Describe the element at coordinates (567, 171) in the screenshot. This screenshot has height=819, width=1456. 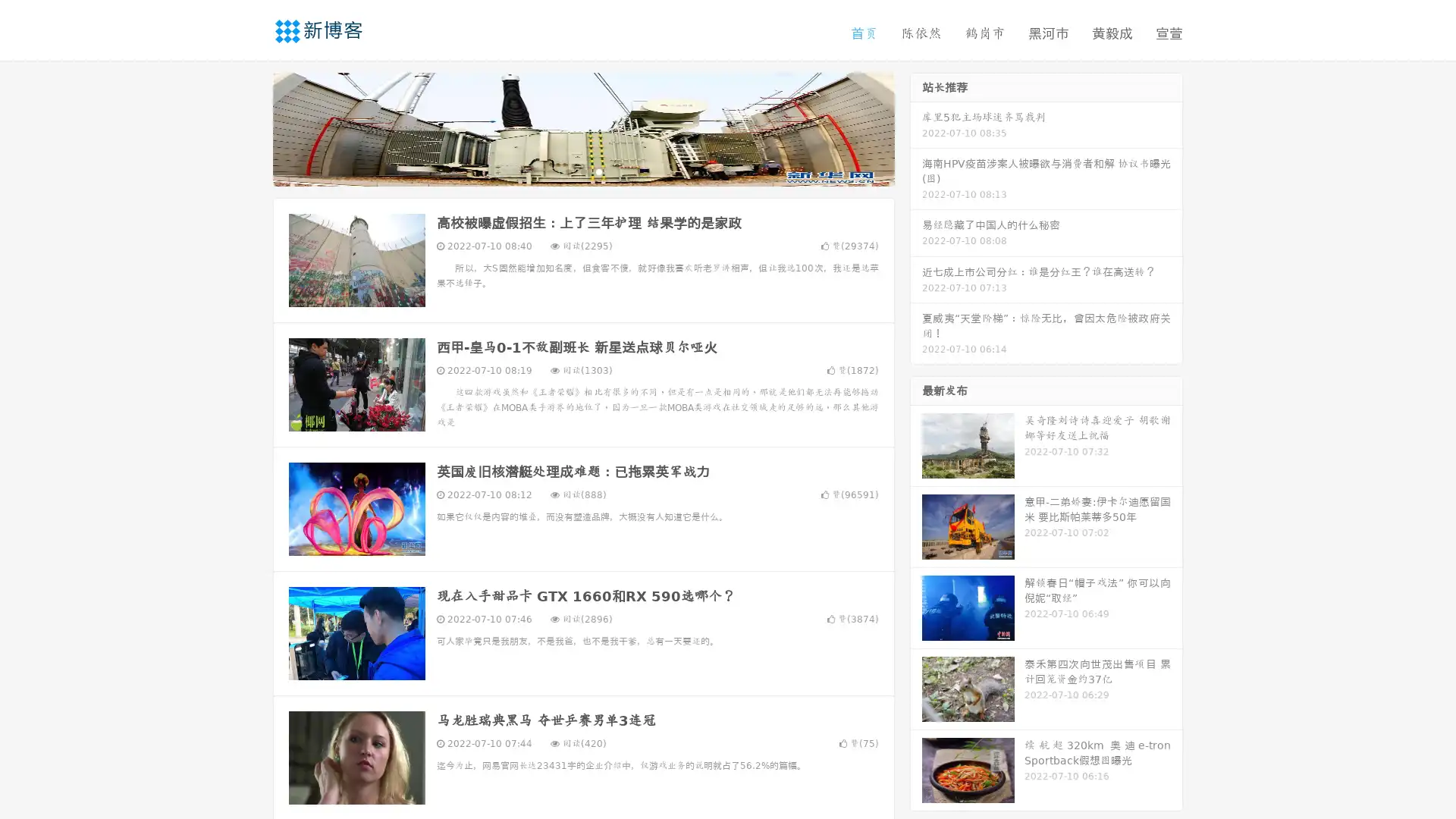
I see `Go to slide 1` at that location.